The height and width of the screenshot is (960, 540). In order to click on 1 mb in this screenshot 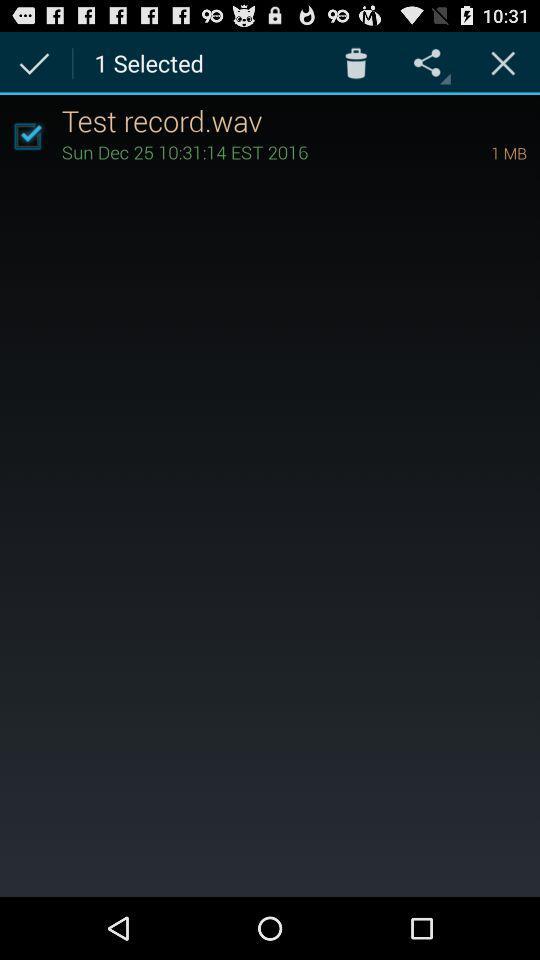, I will do `click(480, 151)`.